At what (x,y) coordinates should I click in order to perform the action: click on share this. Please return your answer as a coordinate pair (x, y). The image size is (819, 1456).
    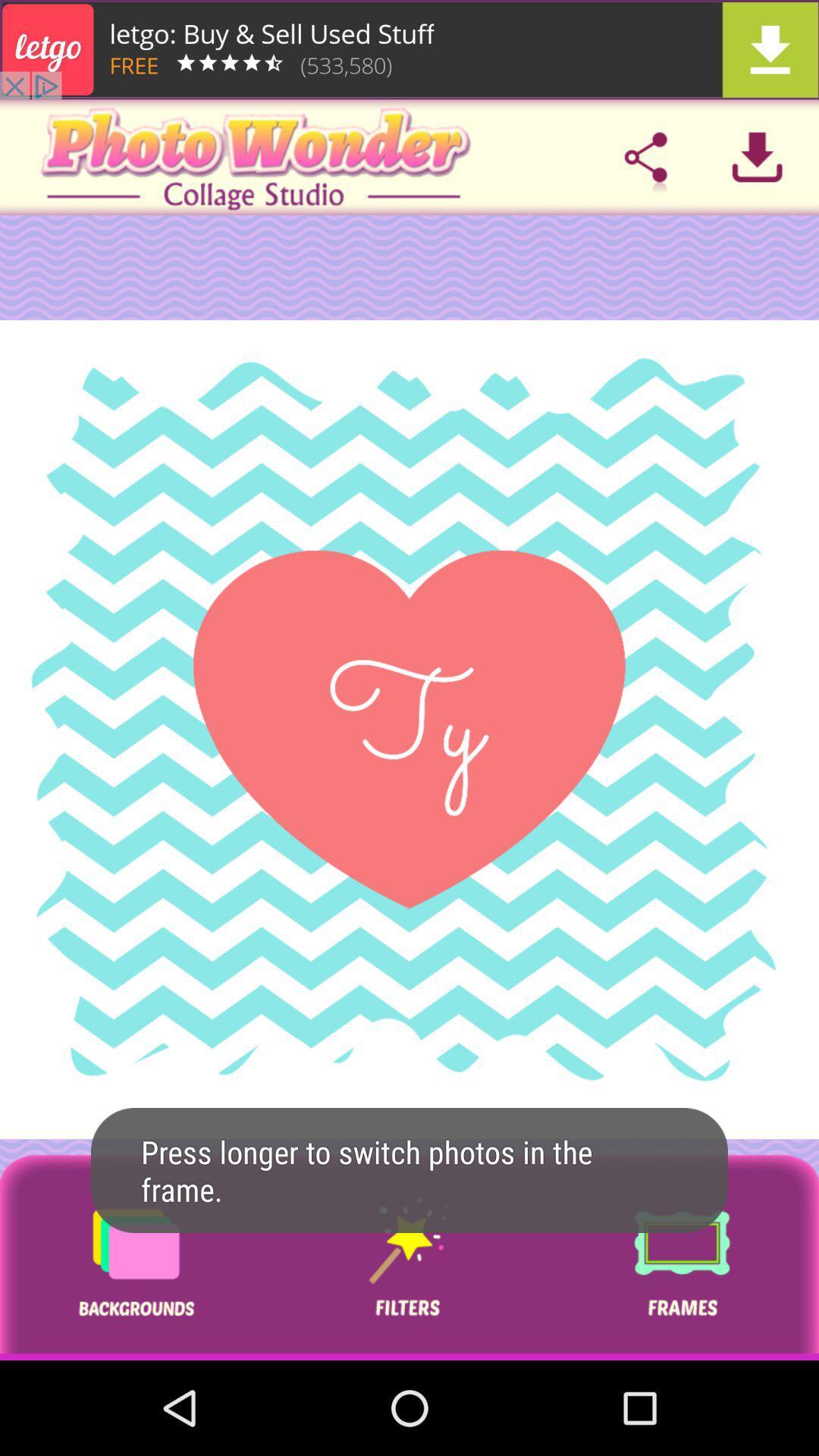
    Looking at the image, I should click on (645, 157).